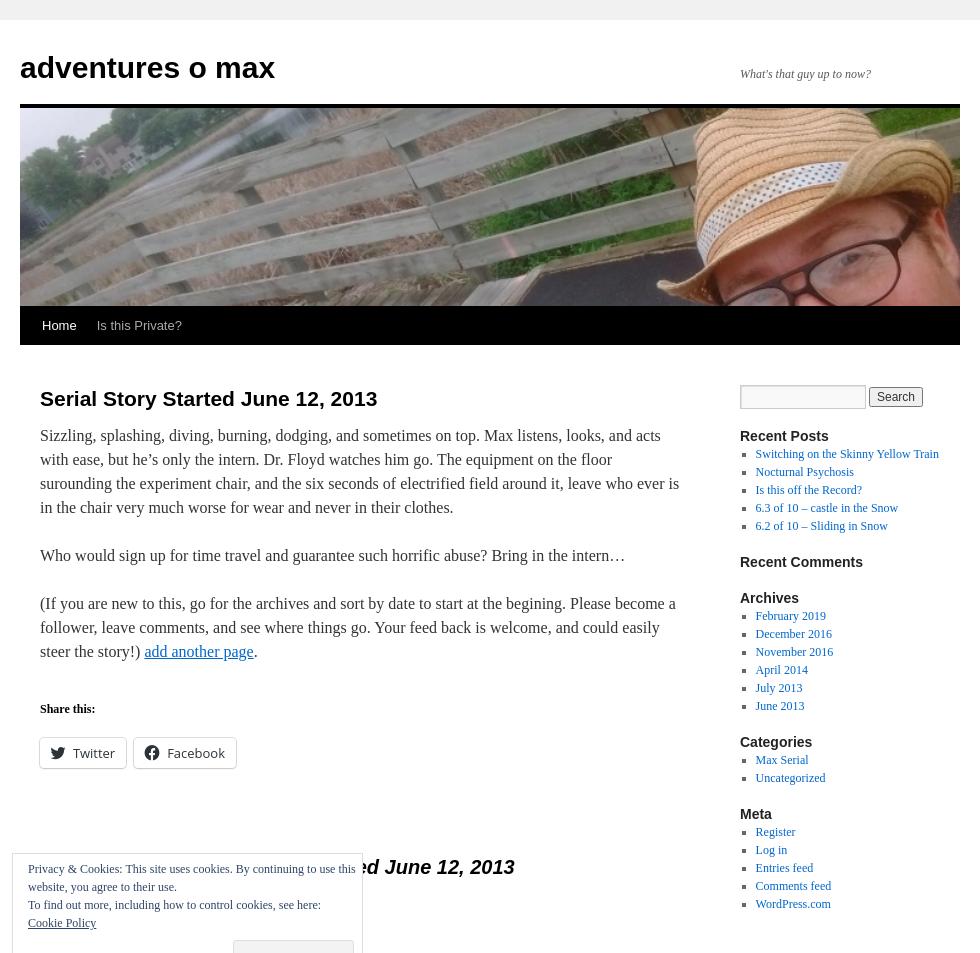 The height and width of the screenshot is (953, 980). I want to click on 'Switching on the Skinny Yellow Train', so click(846, 453).